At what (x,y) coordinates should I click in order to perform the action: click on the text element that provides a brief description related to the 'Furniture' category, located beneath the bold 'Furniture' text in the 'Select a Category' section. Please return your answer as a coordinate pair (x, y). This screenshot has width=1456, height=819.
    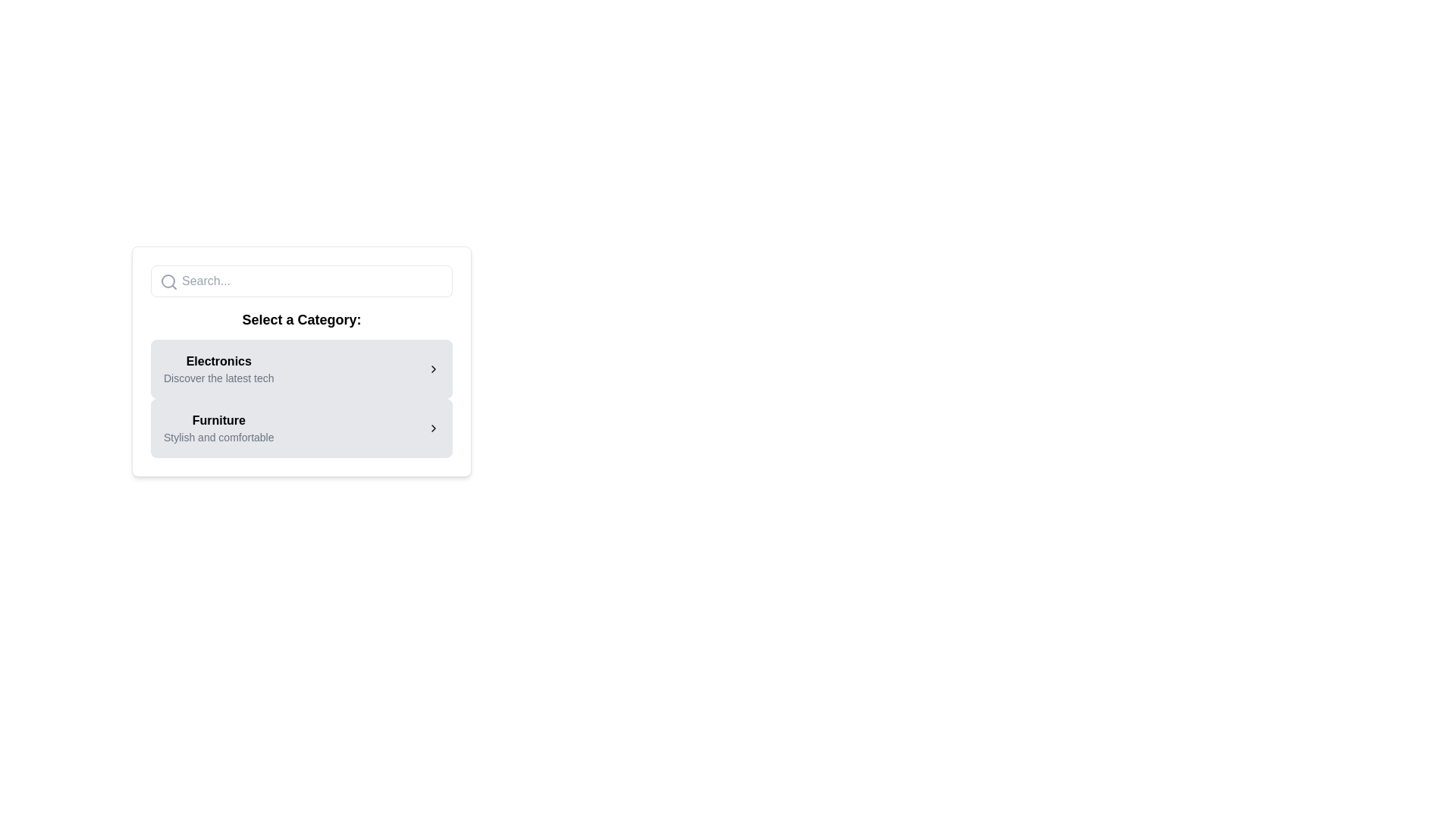
    Looking at the image, I should click on (218, 438).